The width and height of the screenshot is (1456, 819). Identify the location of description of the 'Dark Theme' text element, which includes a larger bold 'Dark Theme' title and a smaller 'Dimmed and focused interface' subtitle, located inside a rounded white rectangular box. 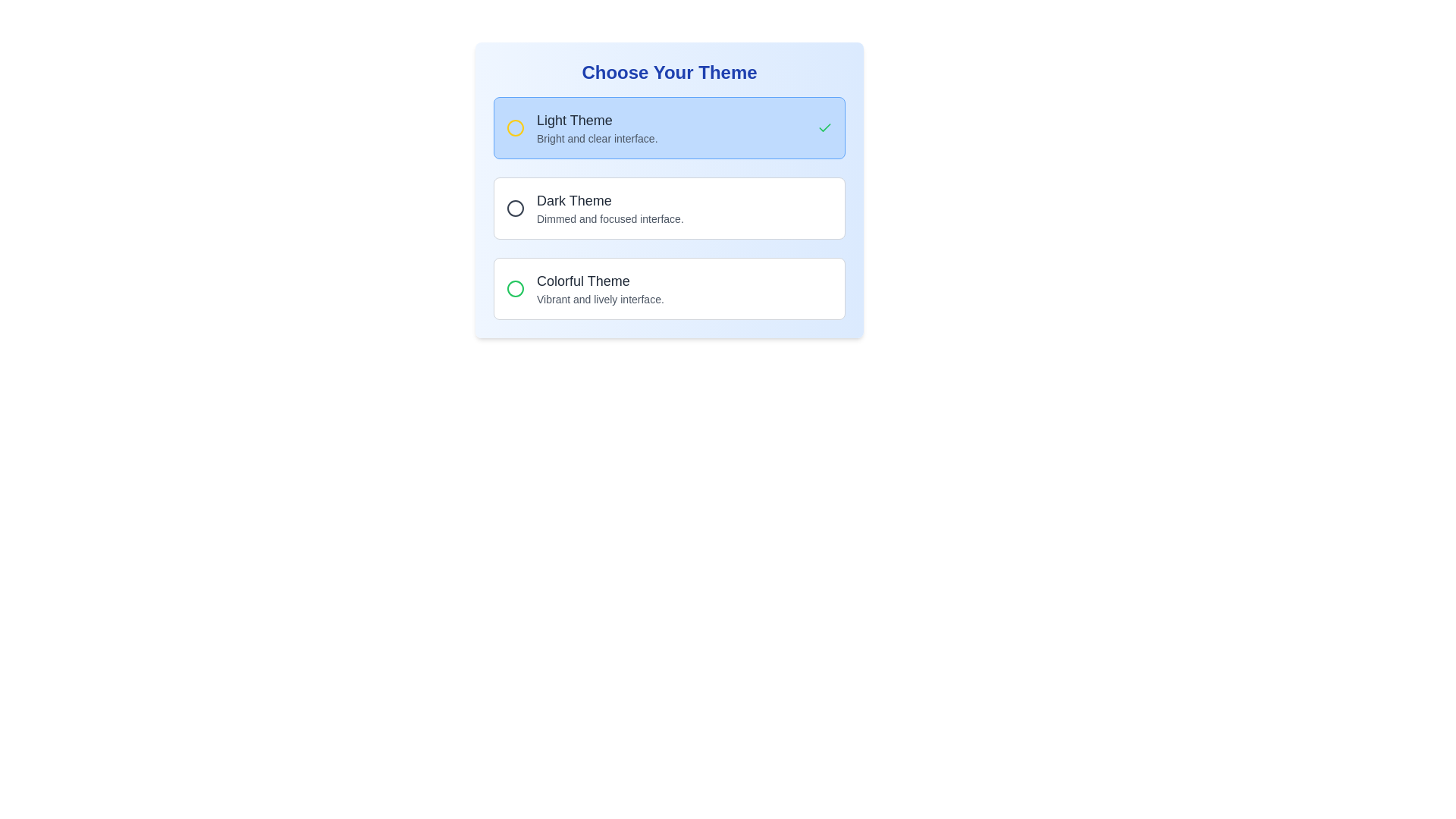
(610, 208).